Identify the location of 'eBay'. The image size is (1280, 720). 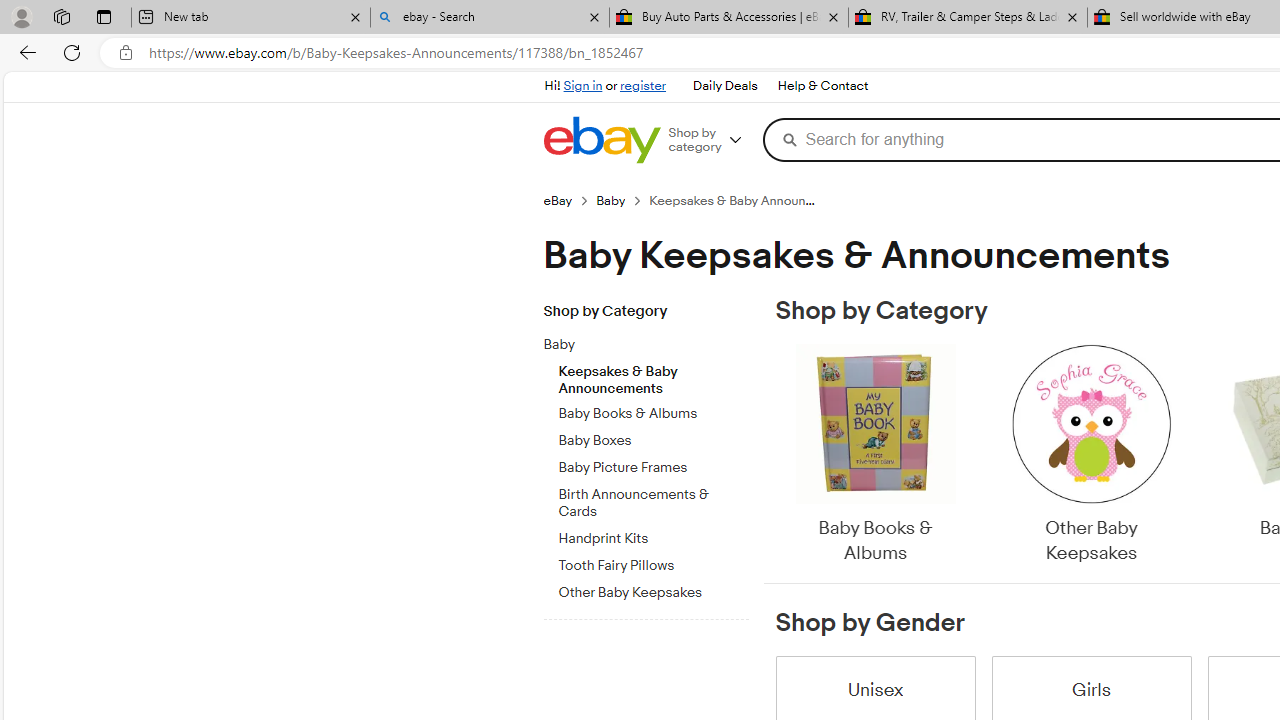
(558, 200).